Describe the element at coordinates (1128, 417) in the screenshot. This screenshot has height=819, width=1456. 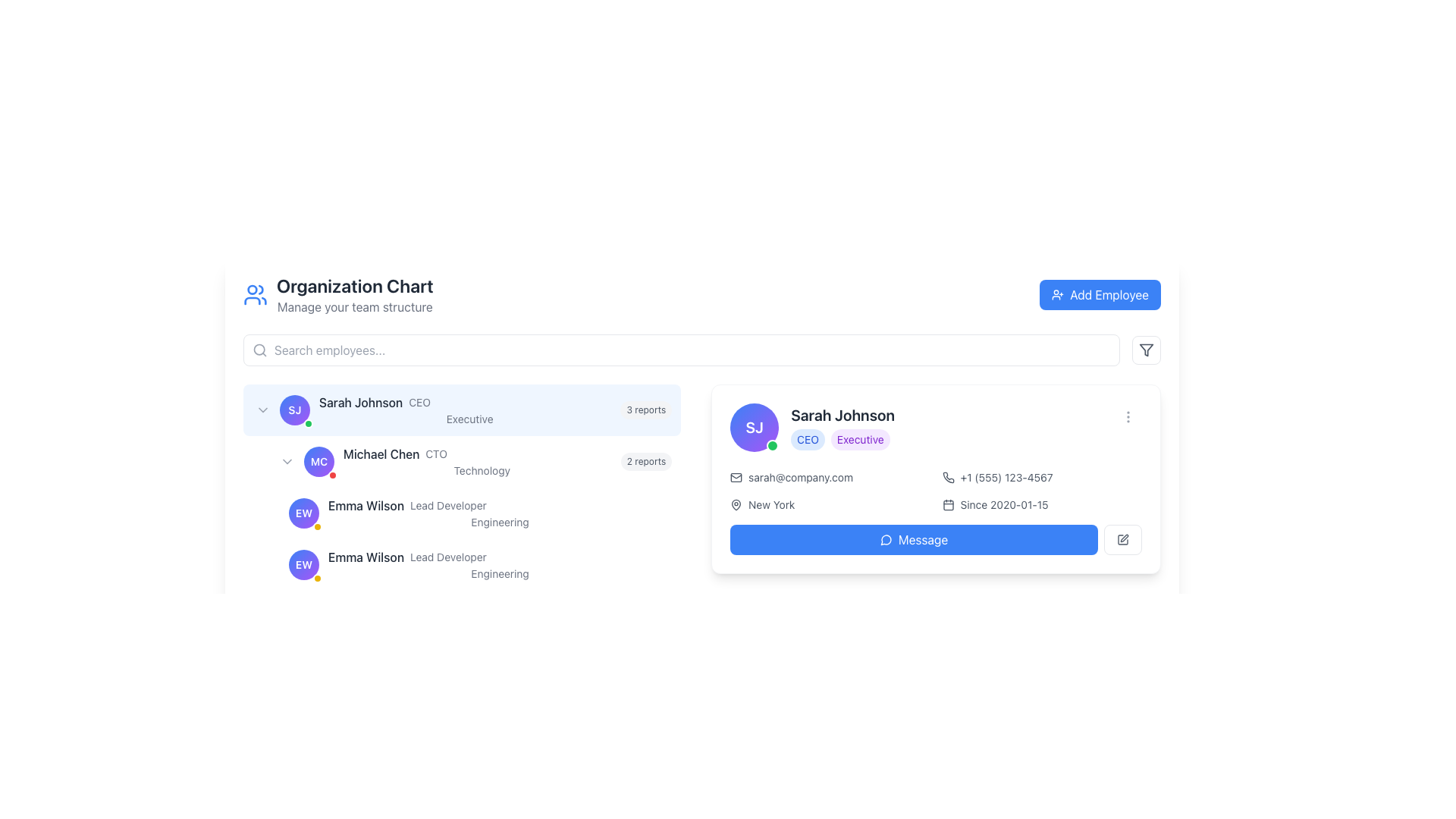
I see `the Vertical ellipsis icon (SVG) located in the upper-right corner of the detailed information card for Sarah Johnson` at that location.